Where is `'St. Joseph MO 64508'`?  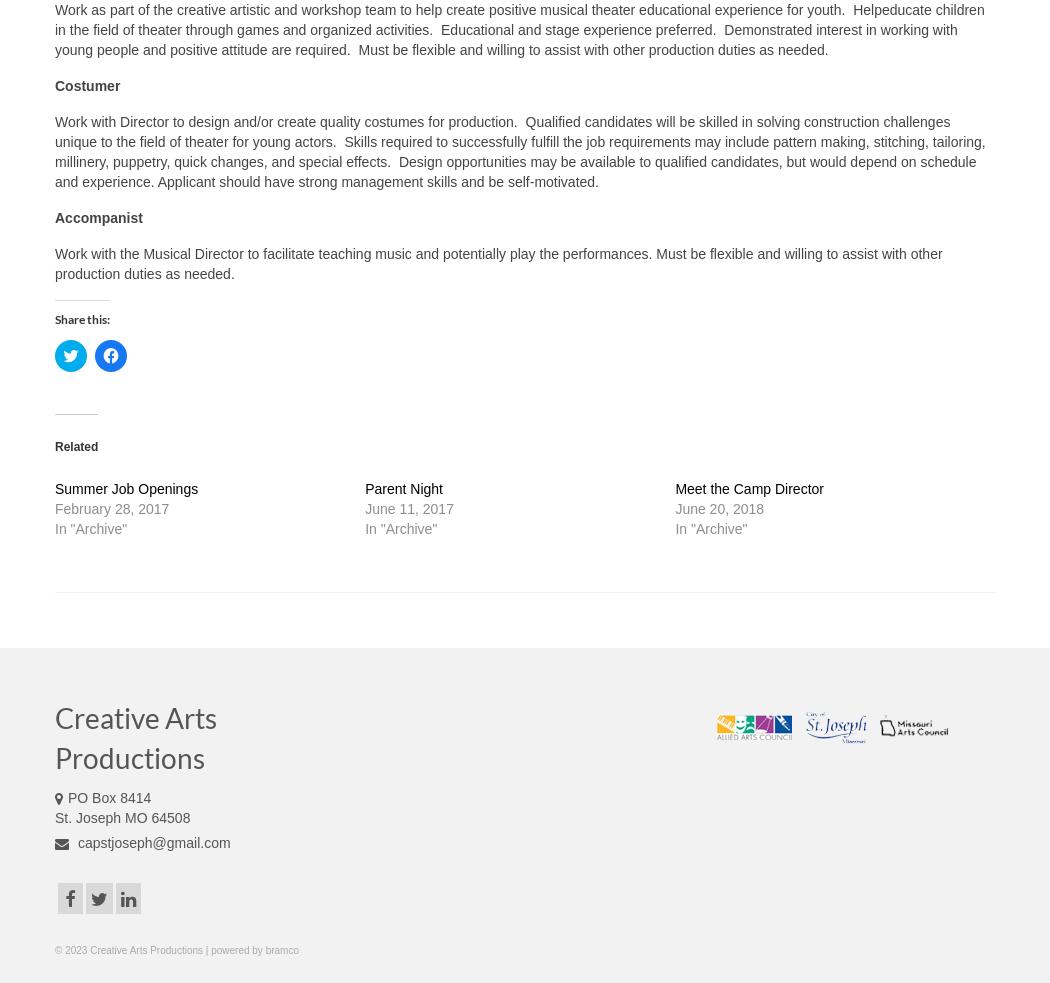
'St. Joseph MO 64508' is located at coordinates (121, 815).